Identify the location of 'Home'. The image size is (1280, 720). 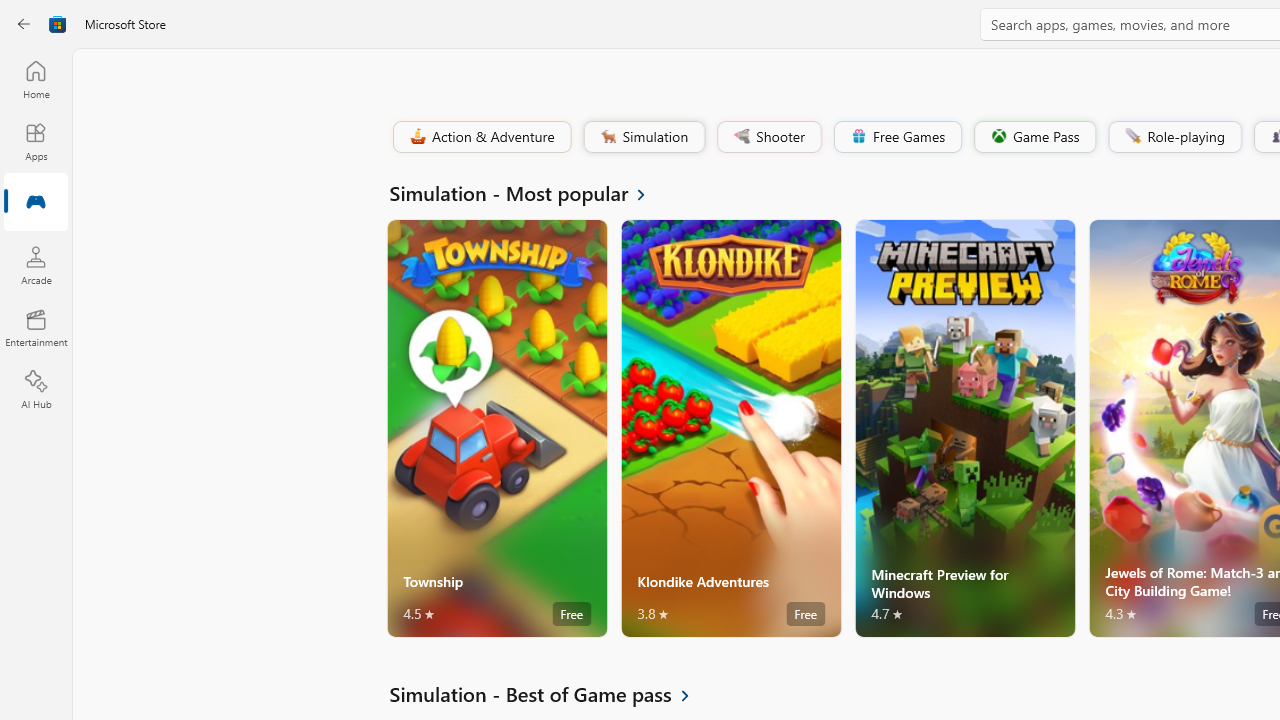
(35, 78).